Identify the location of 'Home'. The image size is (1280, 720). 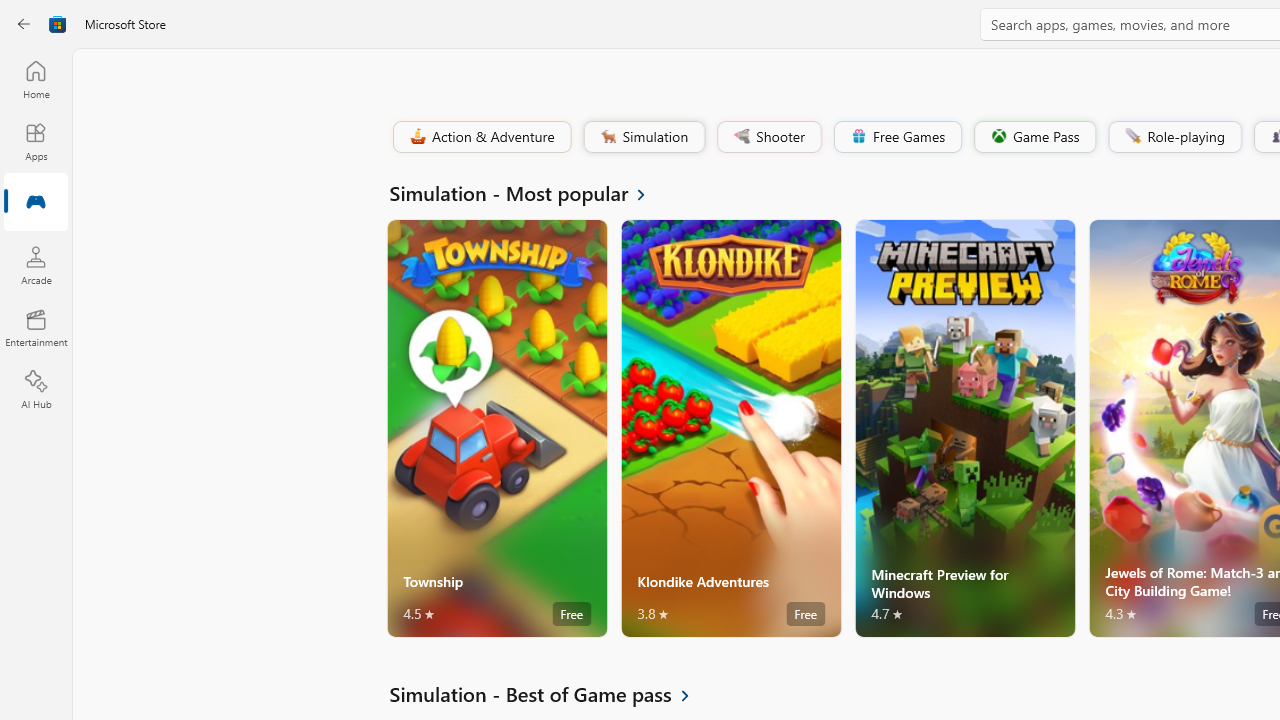
(35, 78).